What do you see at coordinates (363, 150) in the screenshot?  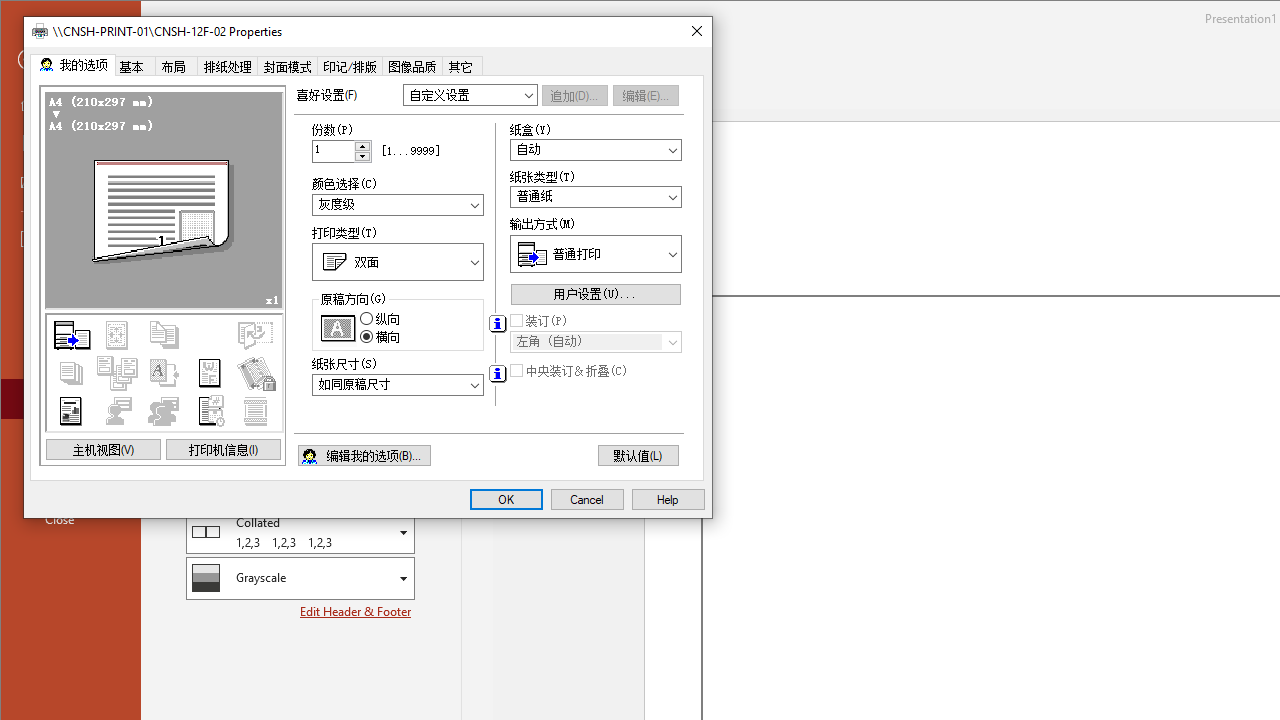 I see `'AutomationID: 1012'` at bounding box center [363, 150].